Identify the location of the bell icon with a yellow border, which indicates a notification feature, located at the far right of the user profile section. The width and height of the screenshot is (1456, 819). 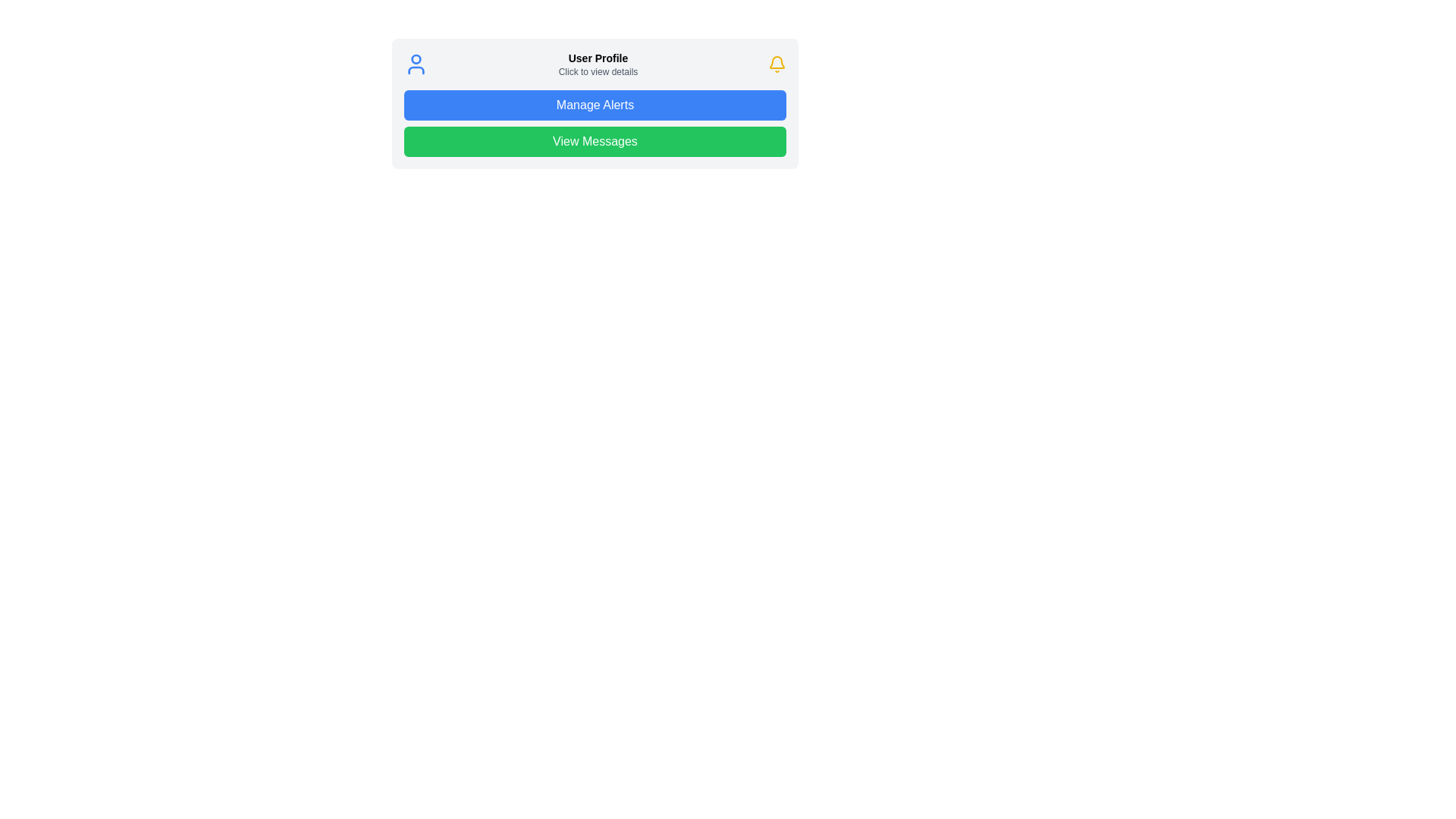
(777, 63).